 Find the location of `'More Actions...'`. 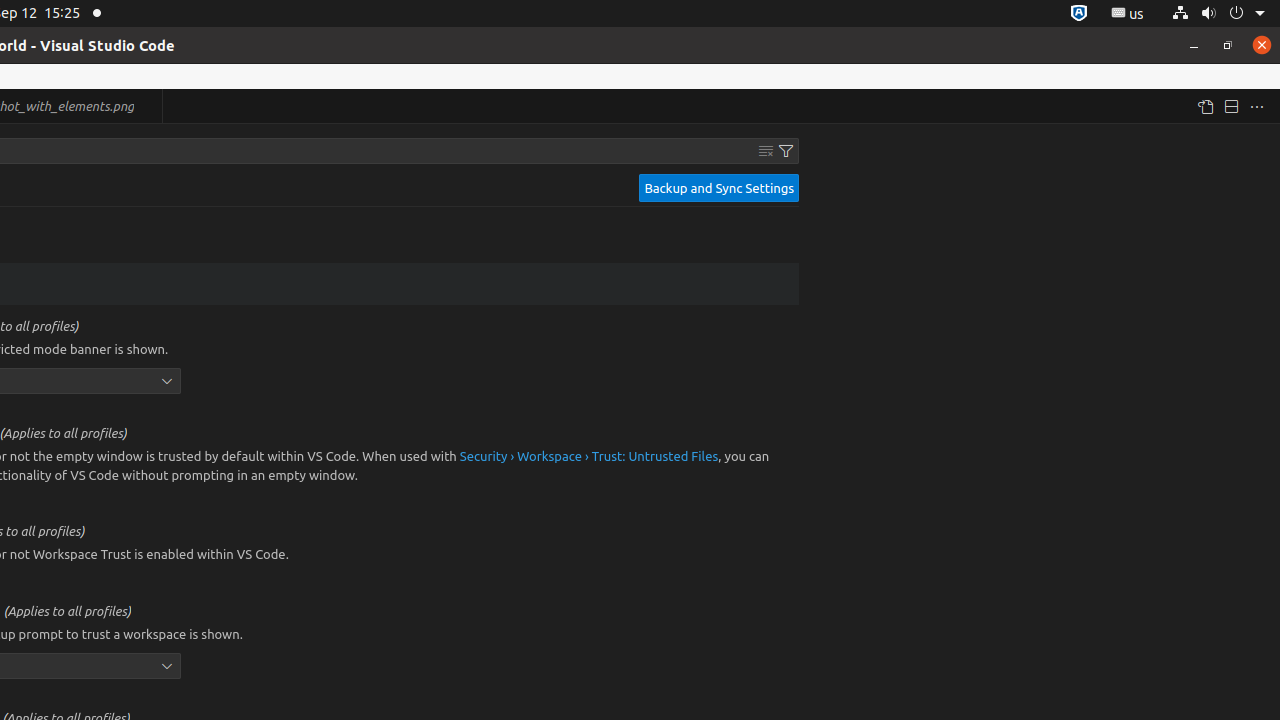

'More Actions...' is located at coordinates (1255, 106).